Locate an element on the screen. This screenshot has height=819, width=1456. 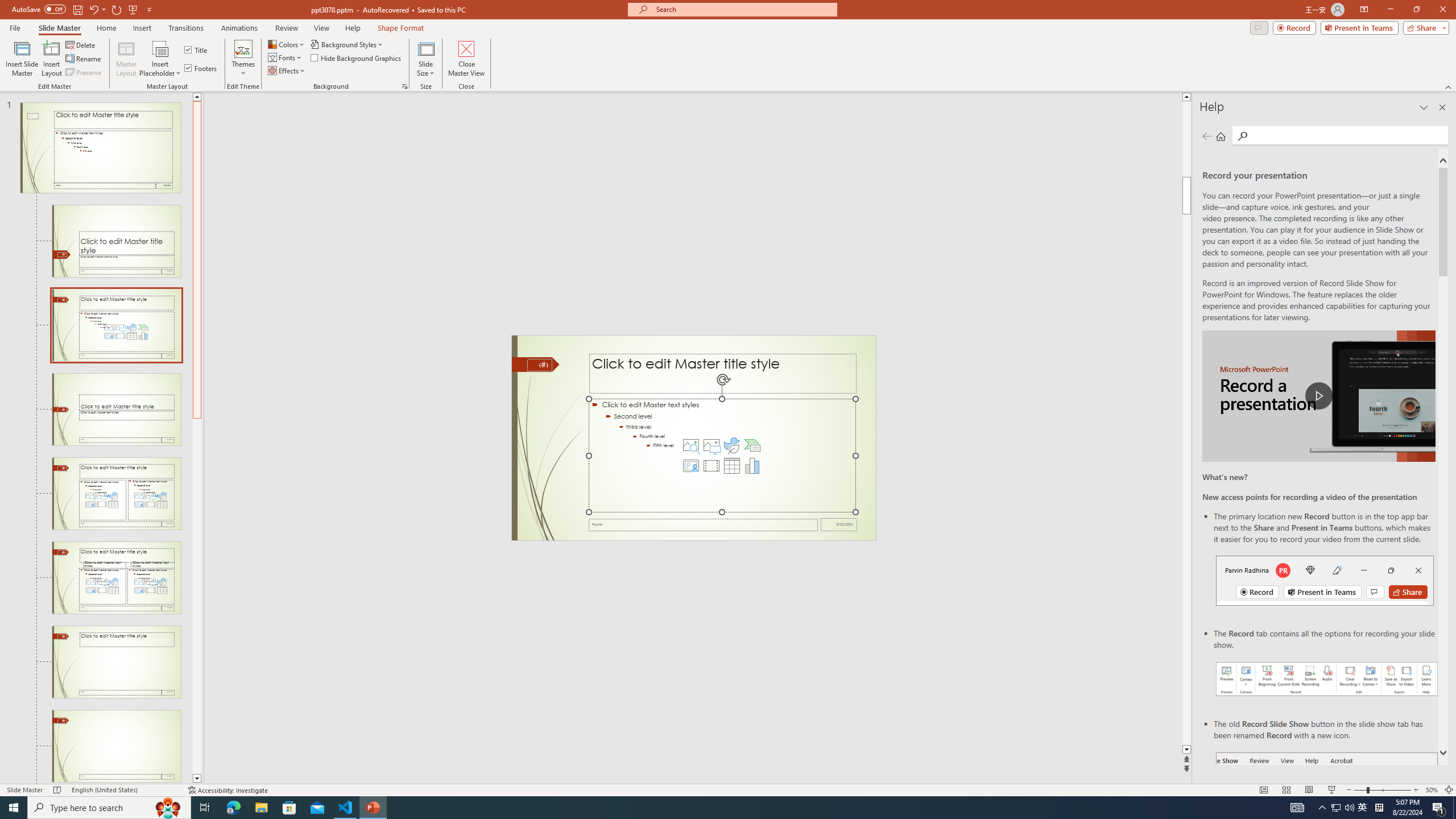
'Insert Video' is located at coordinates (711, 466).